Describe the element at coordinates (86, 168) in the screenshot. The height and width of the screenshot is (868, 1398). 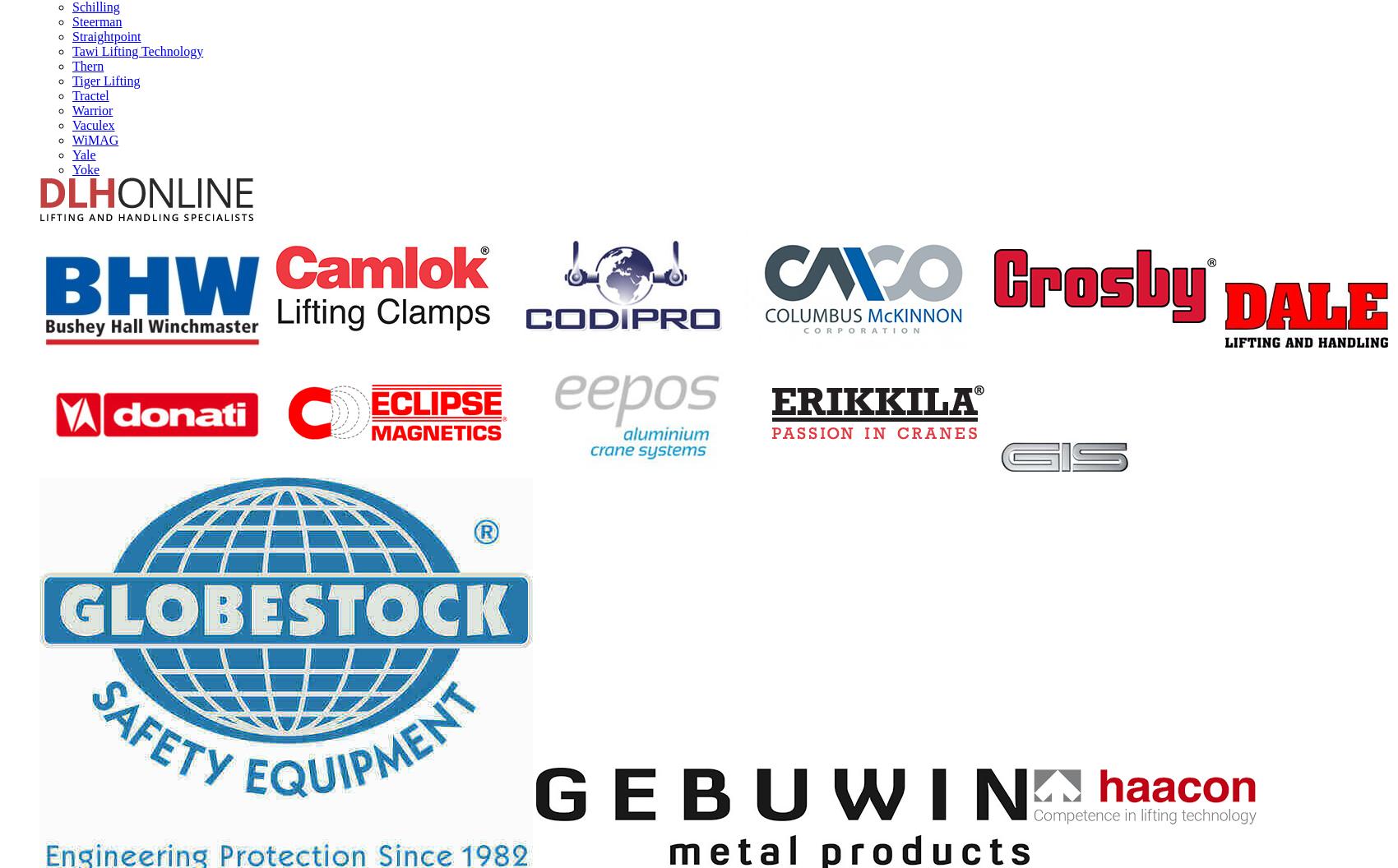
I see `'Yoke'` at that location.